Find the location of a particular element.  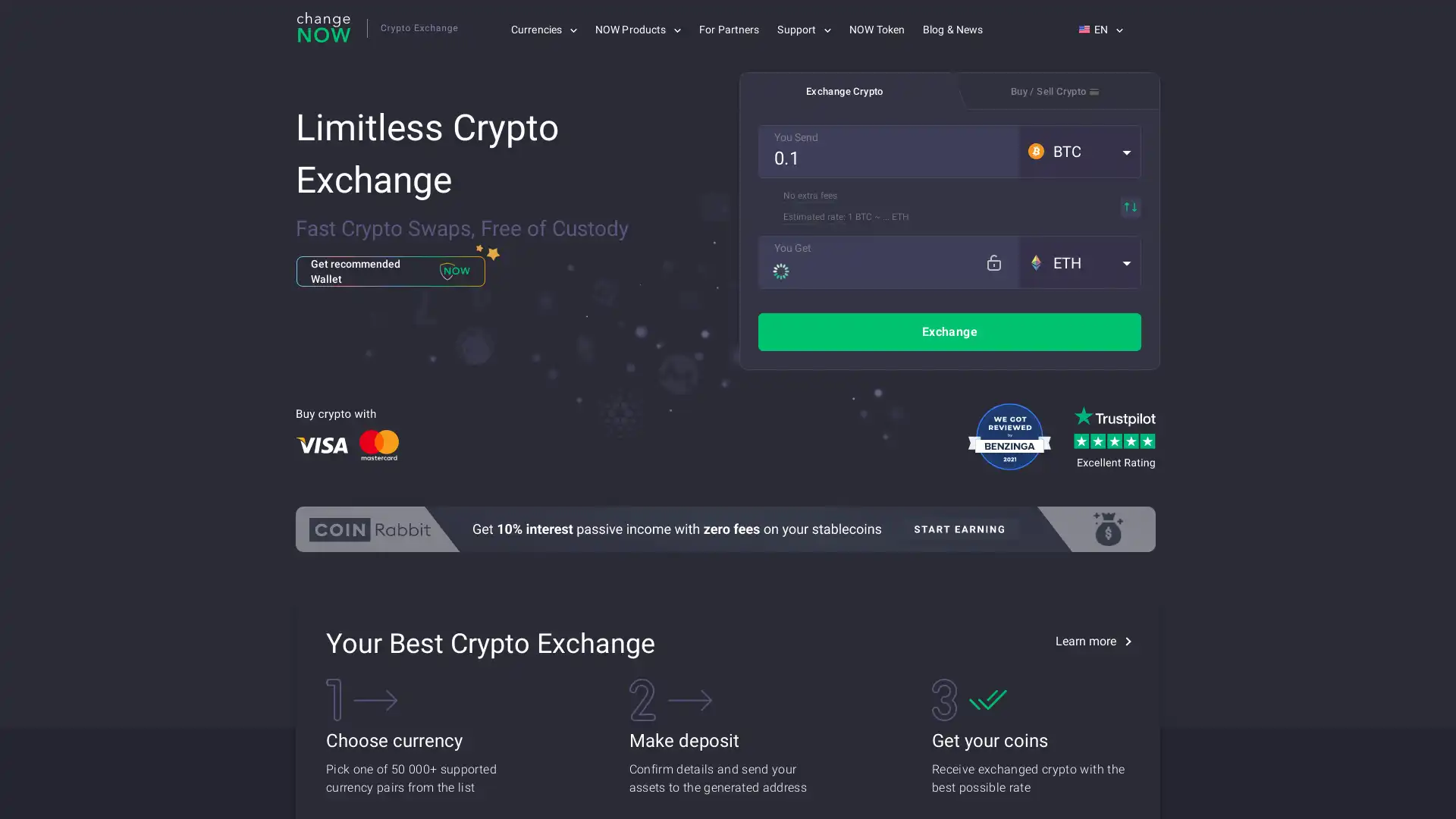

Exchange Crypto is located at coordinates (843, 90).